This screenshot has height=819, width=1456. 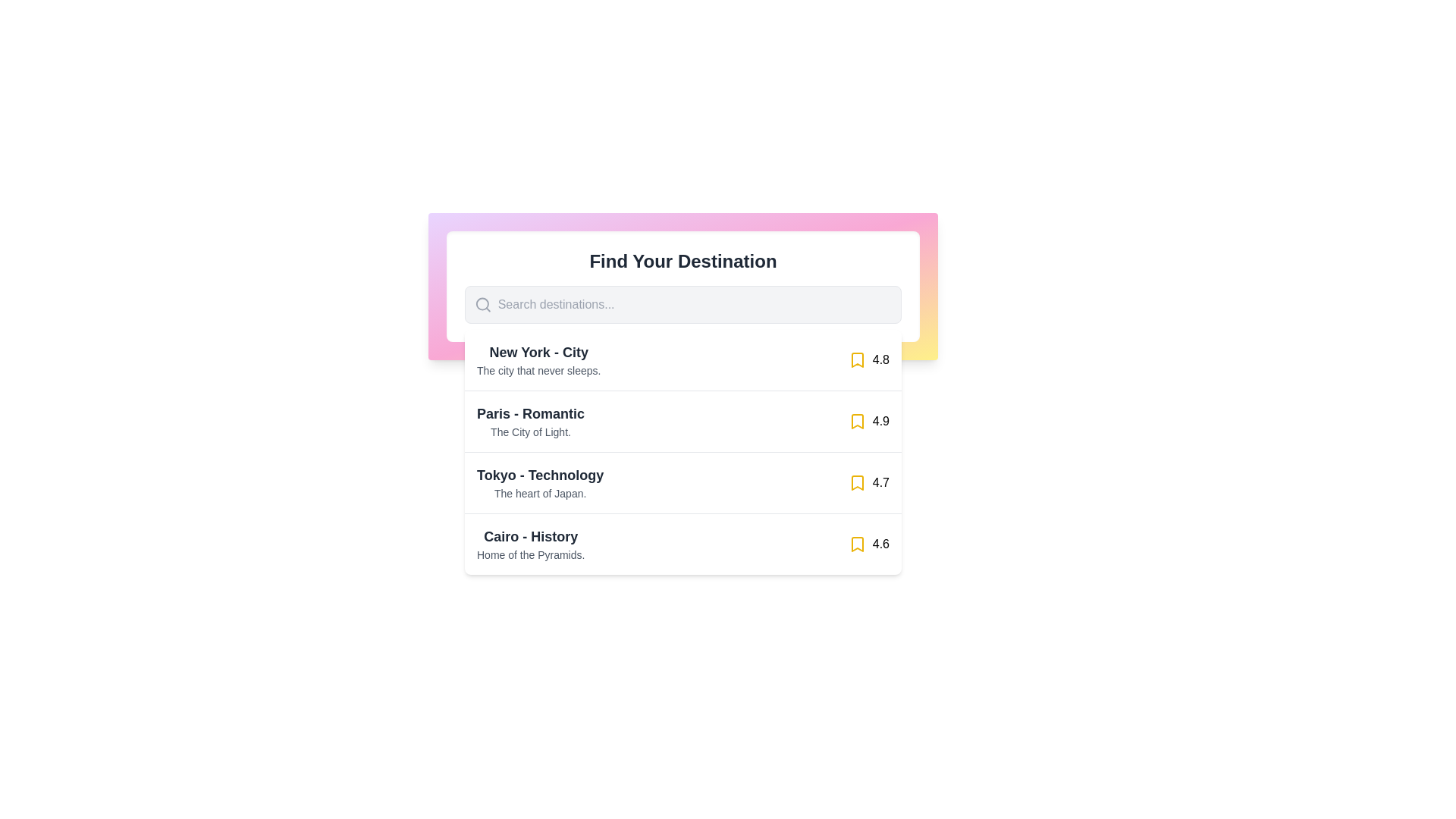 I want to click on the yellow bookmark icon with the text '4.8' that is located at the far-right side of the 'New York - City' entry in the list component, so click(x=868, y=359).